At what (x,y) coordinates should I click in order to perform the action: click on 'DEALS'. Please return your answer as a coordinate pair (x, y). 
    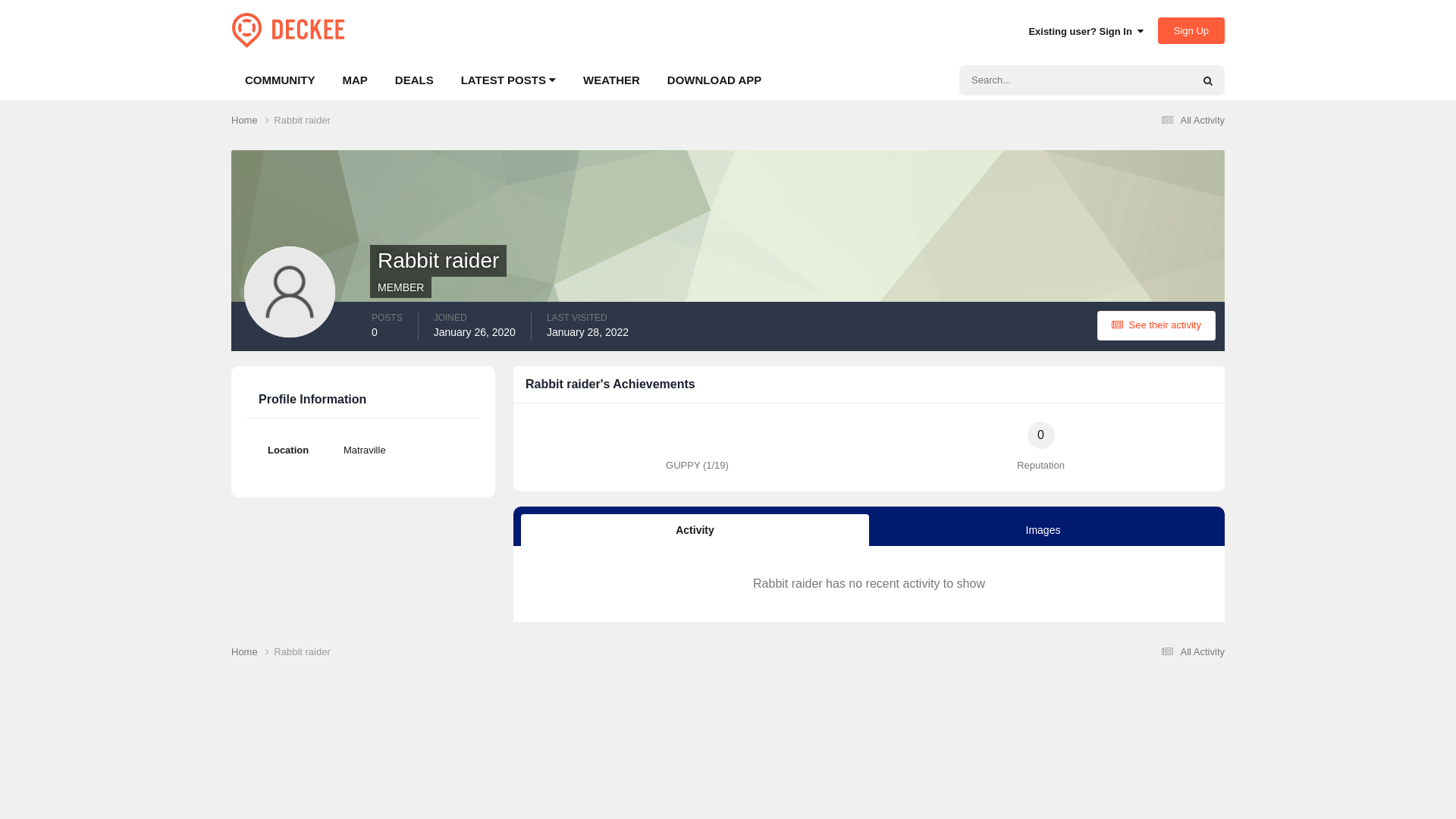
    Looking at the image, I should click on (381, 80).